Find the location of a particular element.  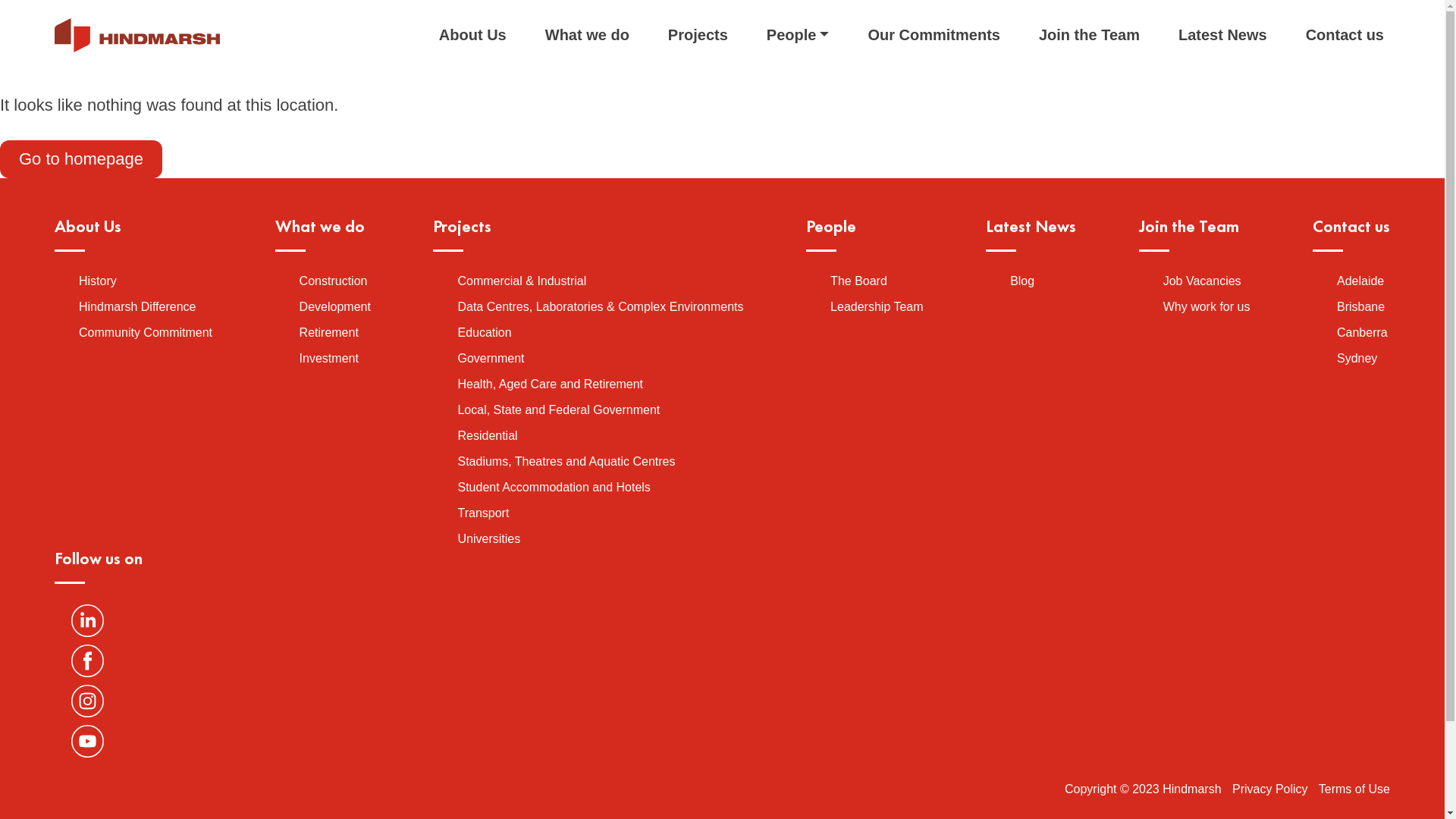

'People' is located at coordinates (797, 34).